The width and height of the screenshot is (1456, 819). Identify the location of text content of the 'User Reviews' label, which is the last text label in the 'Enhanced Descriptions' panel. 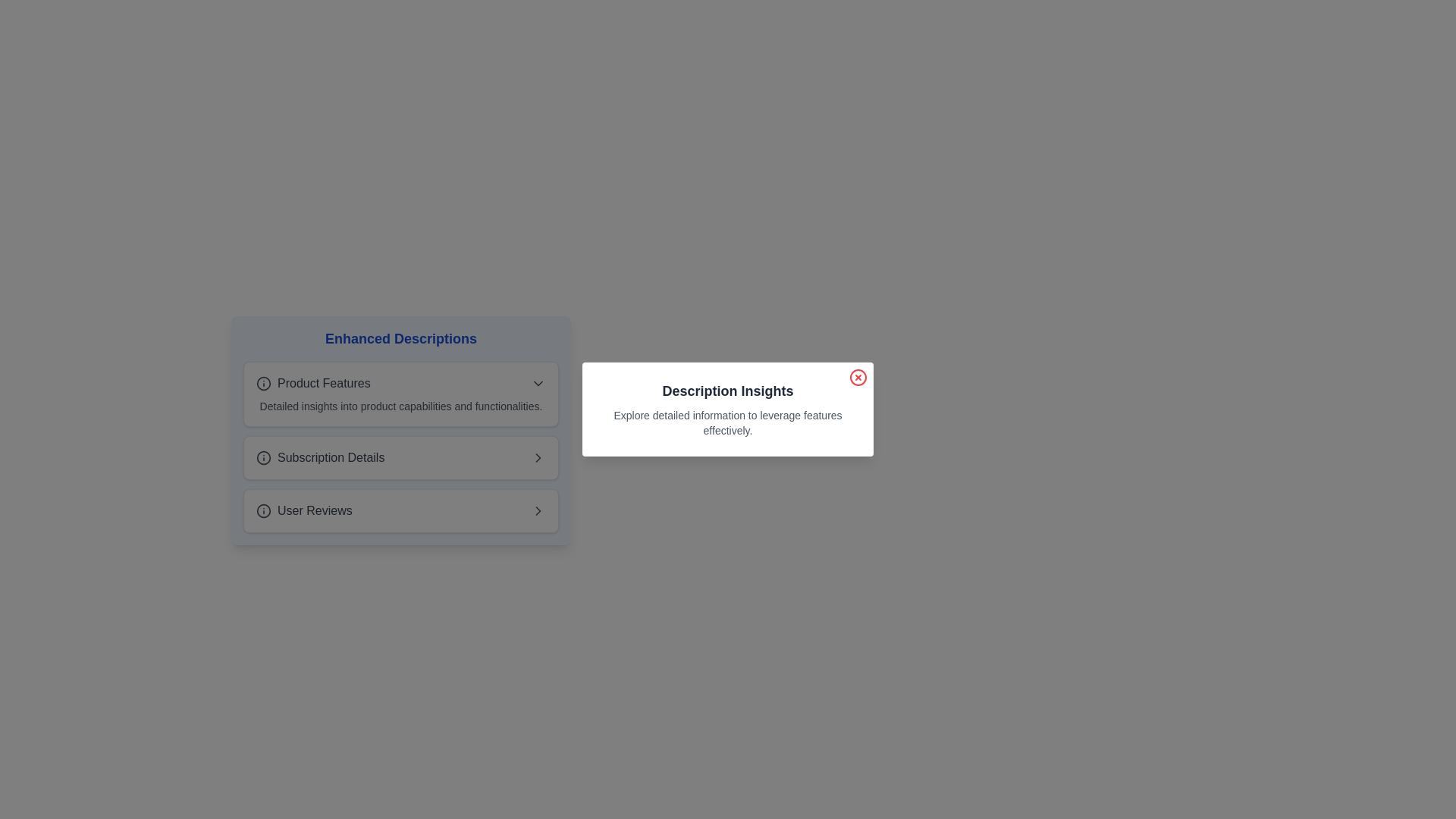
(314, 511).